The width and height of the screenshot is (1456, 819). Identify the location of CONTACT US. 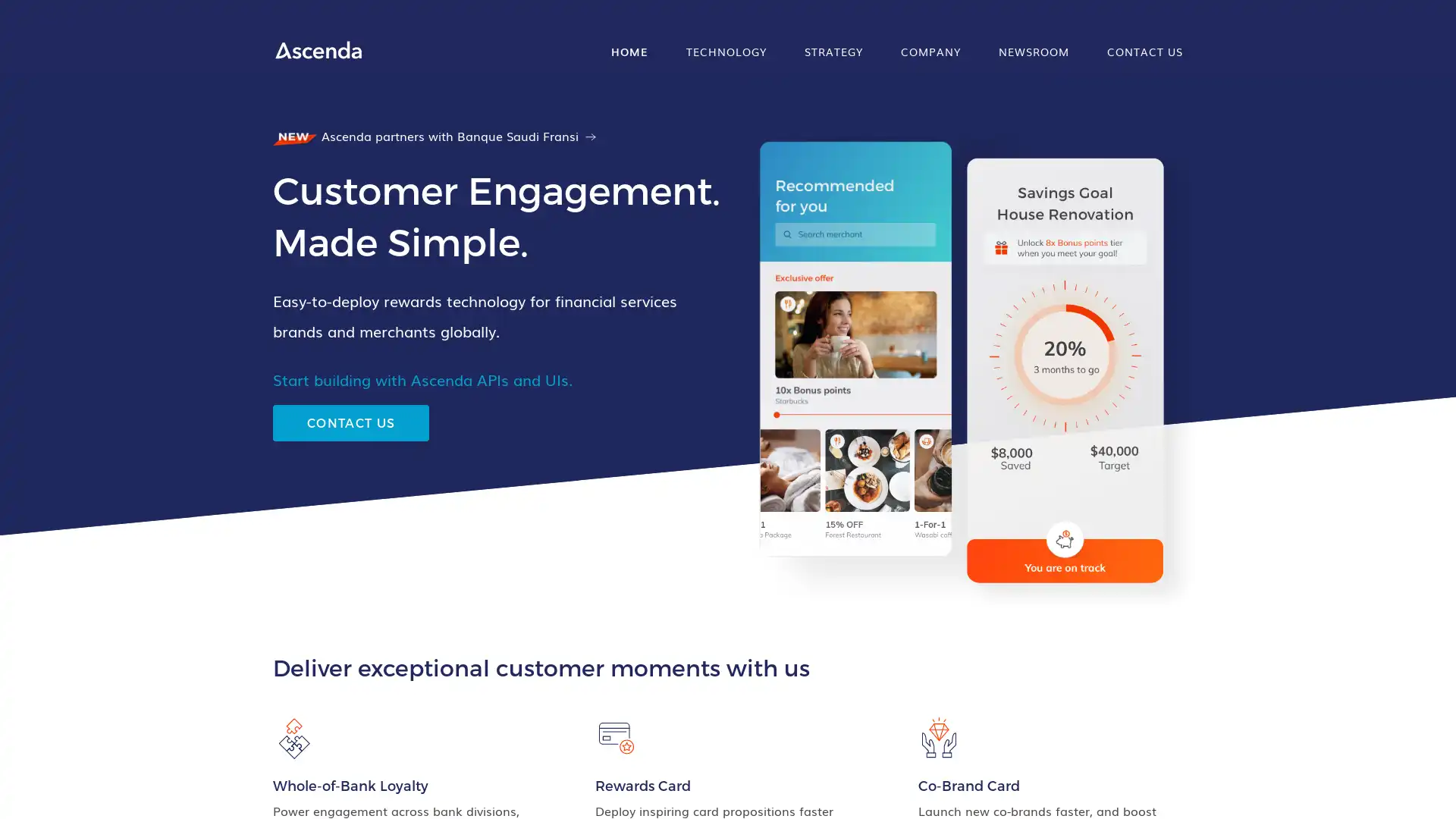
(350, 423).